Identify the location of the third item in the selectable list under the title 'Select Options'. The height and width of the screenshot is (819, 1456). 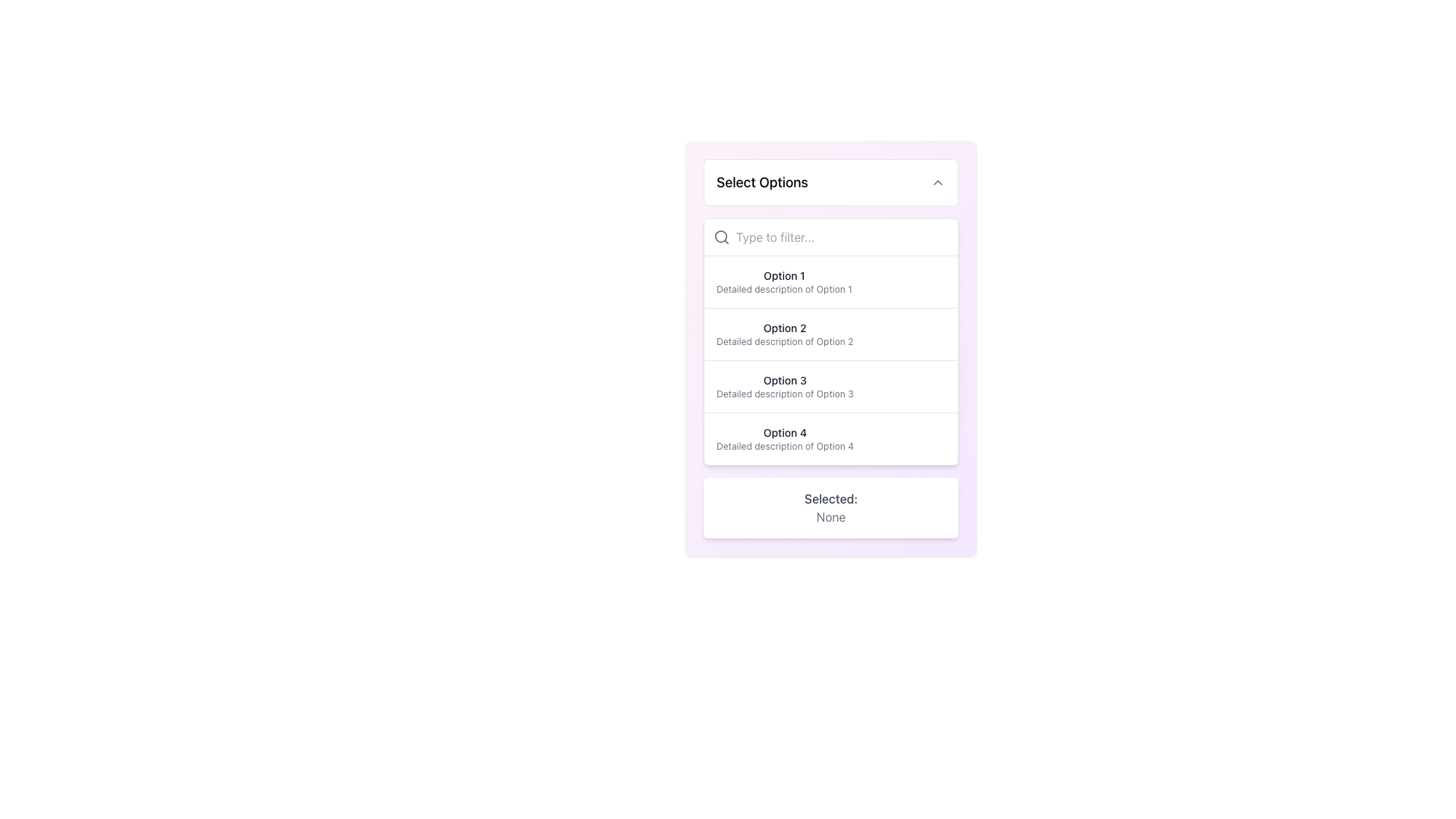
(785, 385).